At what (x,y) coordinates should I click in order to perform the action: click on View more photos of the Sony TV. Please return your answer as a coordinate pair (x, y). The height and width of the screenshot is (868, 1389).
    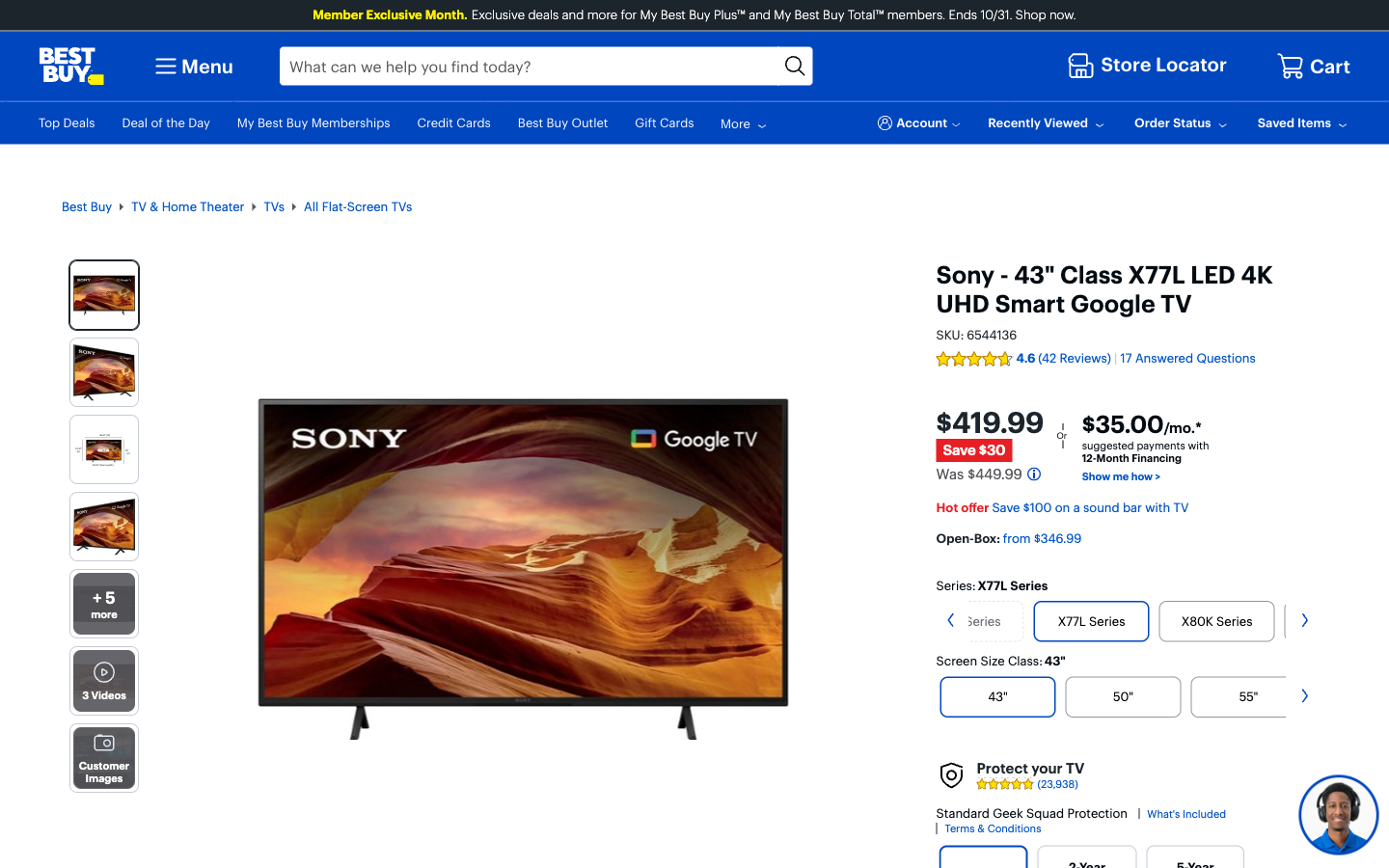
    Looking at the image, I should click on (104, 604).